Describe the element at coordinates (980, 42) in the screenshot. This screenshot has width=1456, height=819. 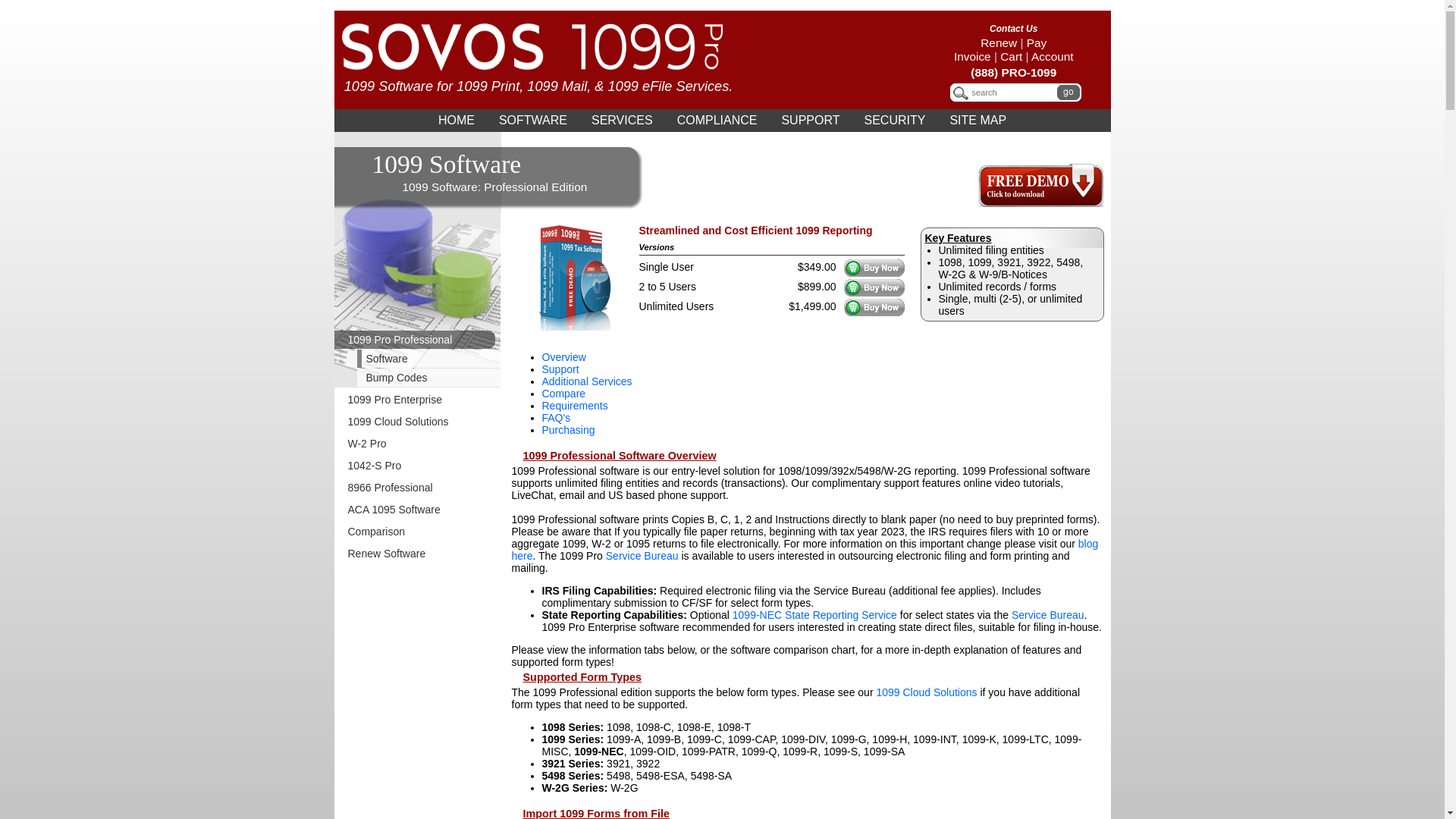
I see `'Renew'` at that location.